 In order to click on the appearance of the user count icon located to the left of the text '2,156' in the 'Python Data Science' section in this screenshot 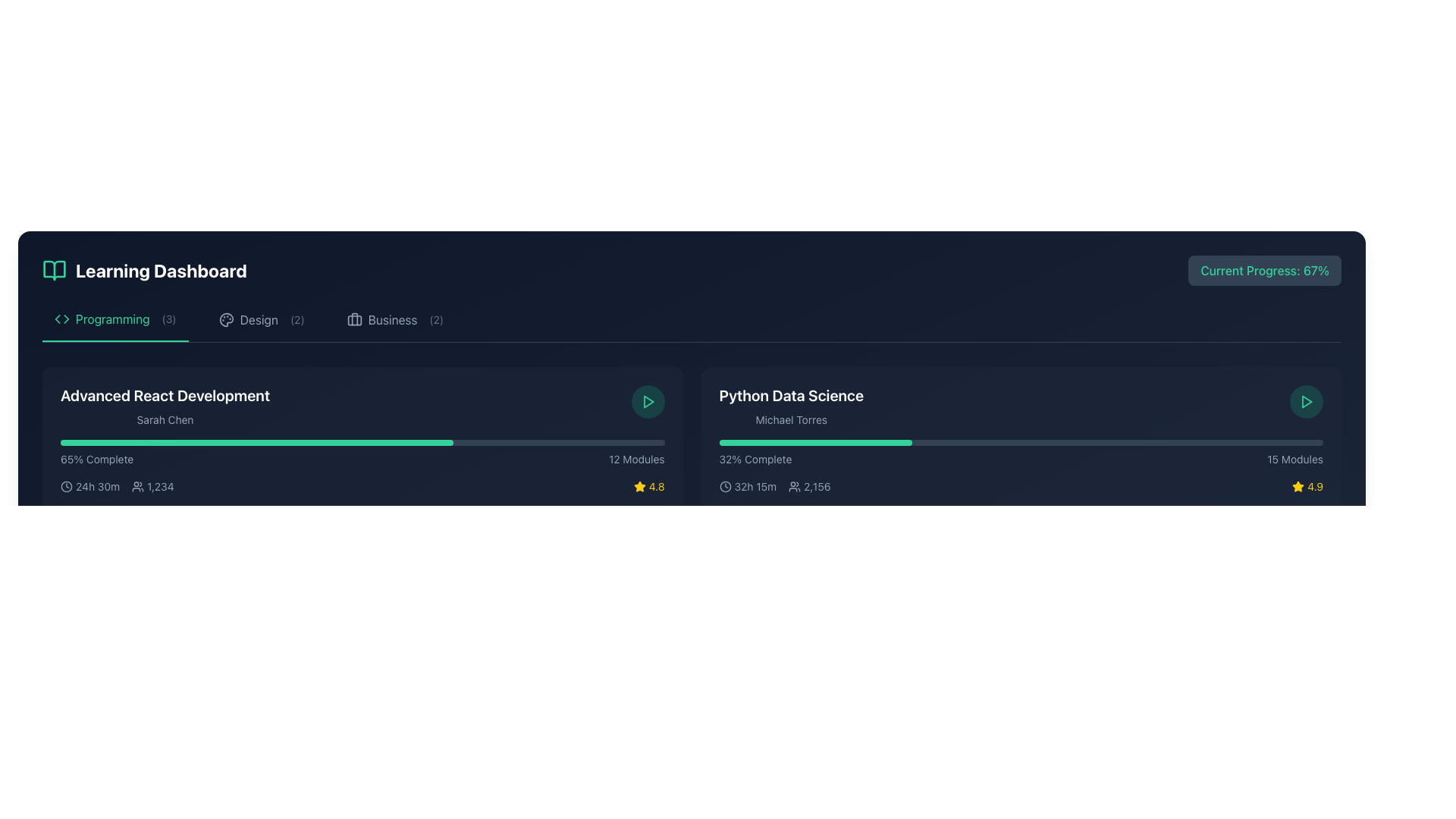, I will do `click(794, 486)`.